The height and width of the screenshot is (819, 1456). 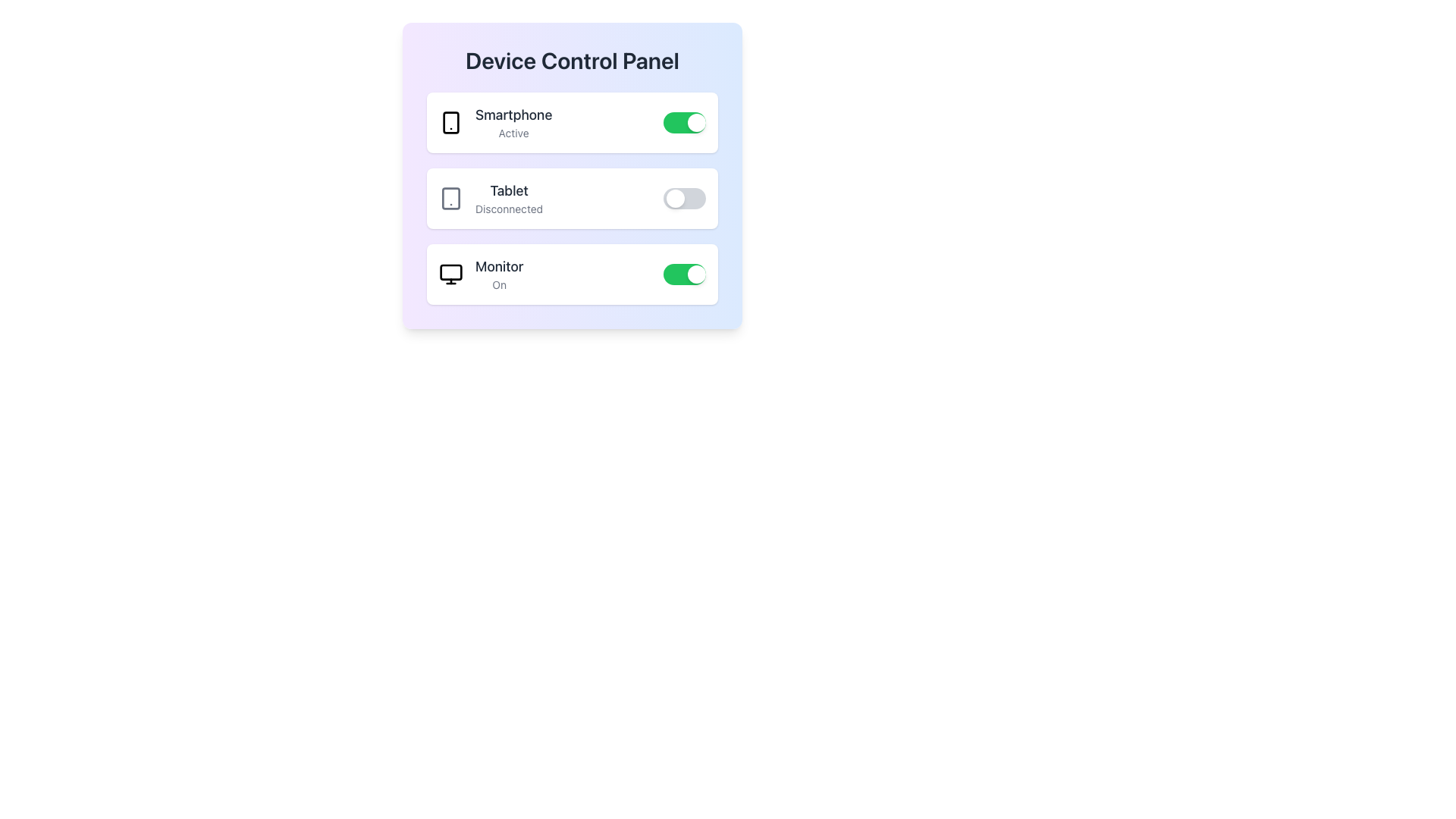 What do you see at coordinates (571, 198) in the screenshot?
I see `the toggle switch on the second card in the 'Device Control Panel'` at bounding box center [571, 198].